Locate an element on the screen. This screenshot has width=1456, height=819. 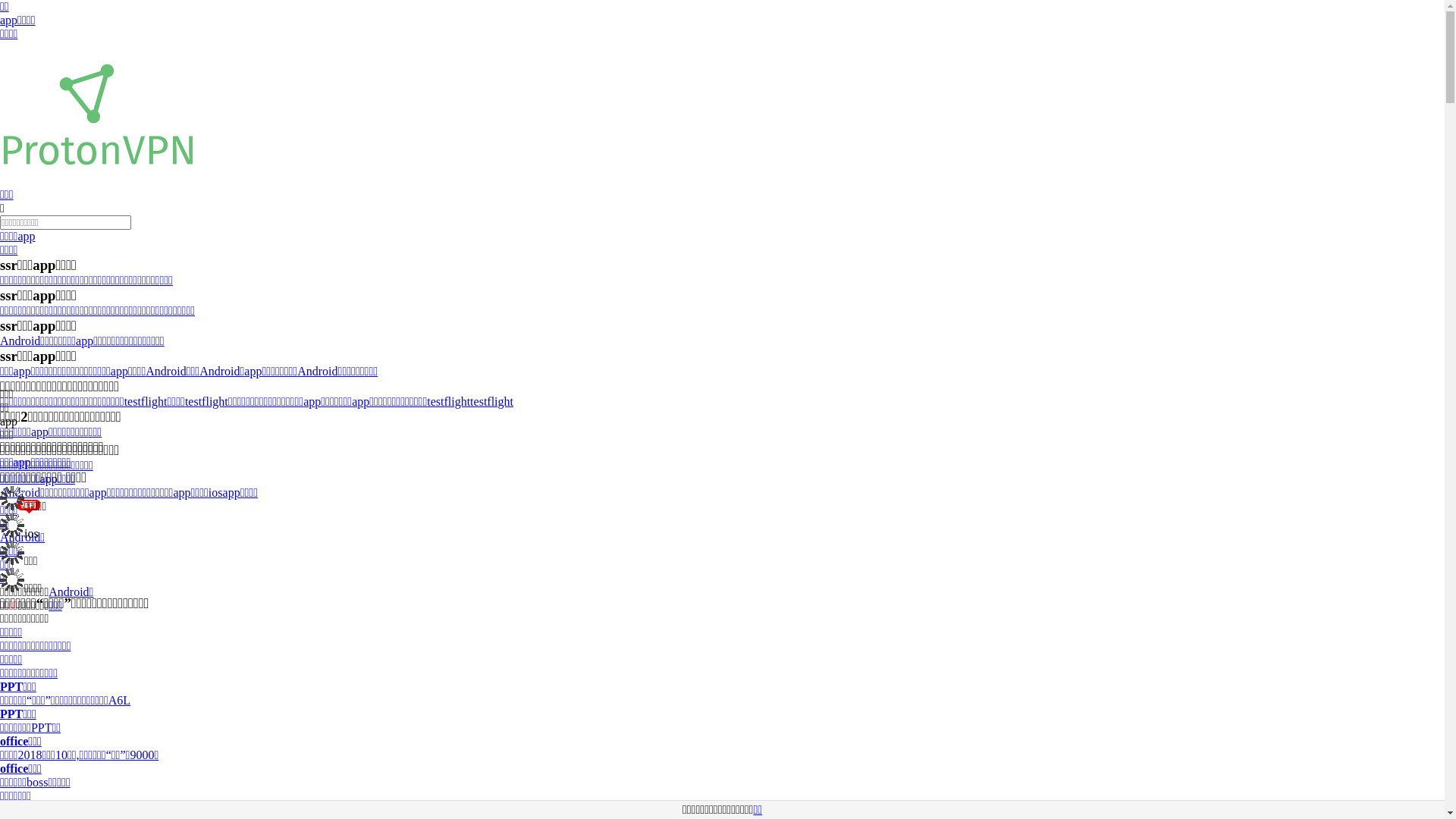
'testflight' is located at coordinates (124, 400).